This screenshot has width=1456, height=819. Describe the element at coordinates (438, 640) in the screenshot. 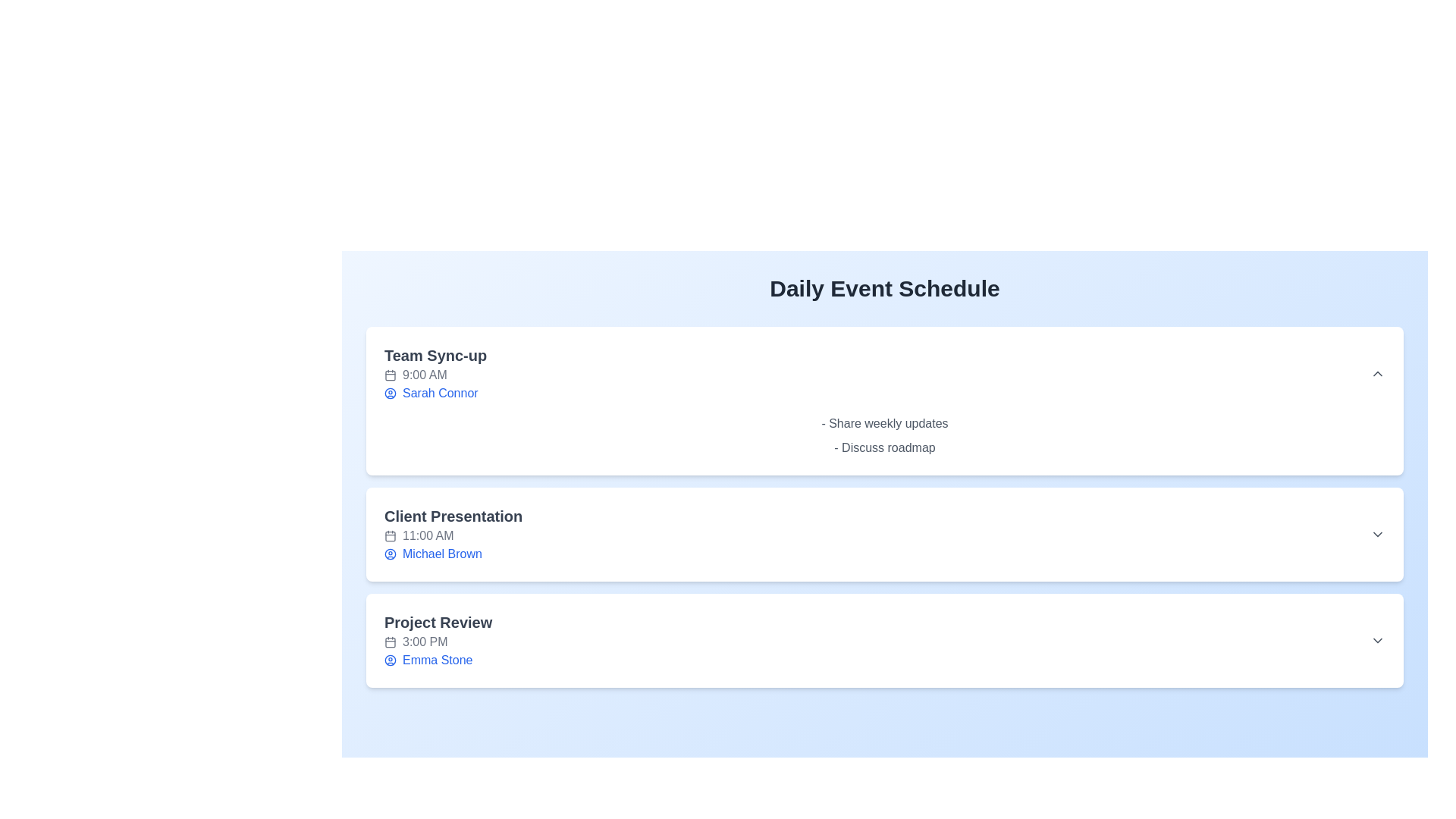

I see `the Information Display Block that contains the text 'Project Review', '3:00 PM', and 'Emma Stone', located in the third card under 'Daily Event Schedule'` at that location.